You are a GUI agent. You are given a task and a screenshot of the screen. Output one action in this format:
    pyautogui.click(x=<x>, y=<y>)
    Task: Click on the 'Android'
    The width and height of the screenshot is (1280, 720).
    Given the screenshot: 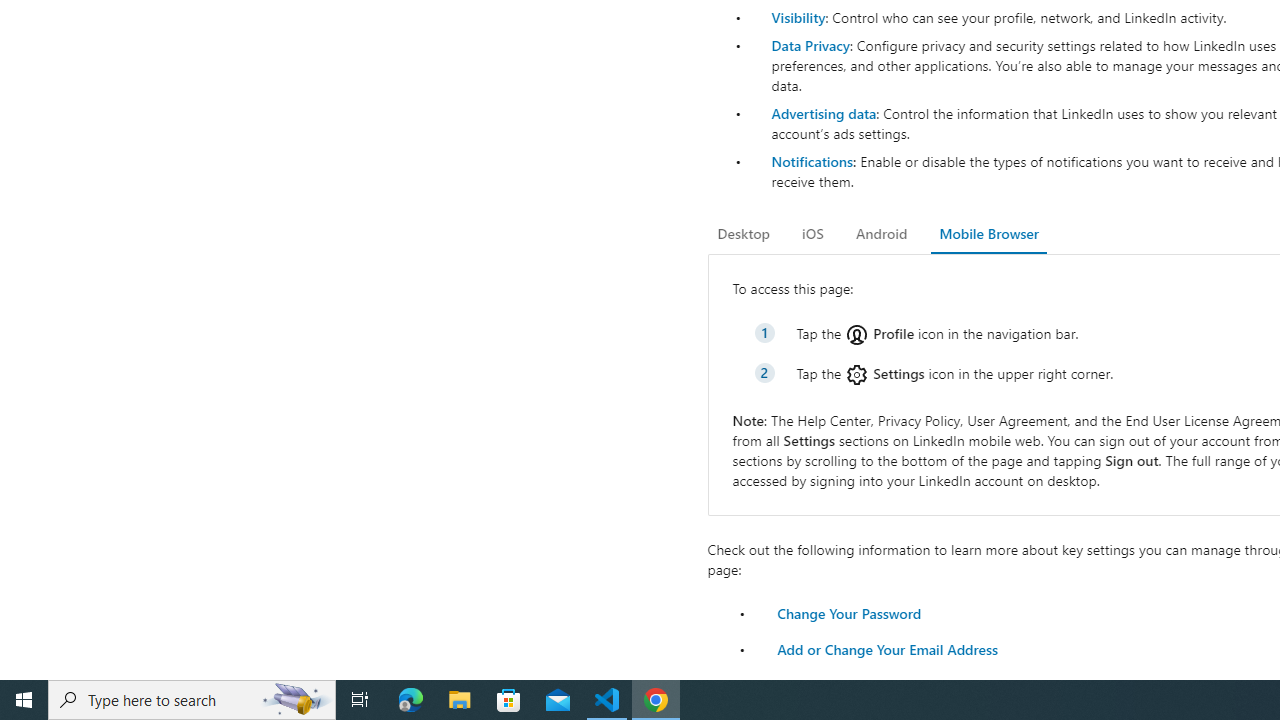 What is the action you would take?
    pyautogui.click(x=880, y=233)
    